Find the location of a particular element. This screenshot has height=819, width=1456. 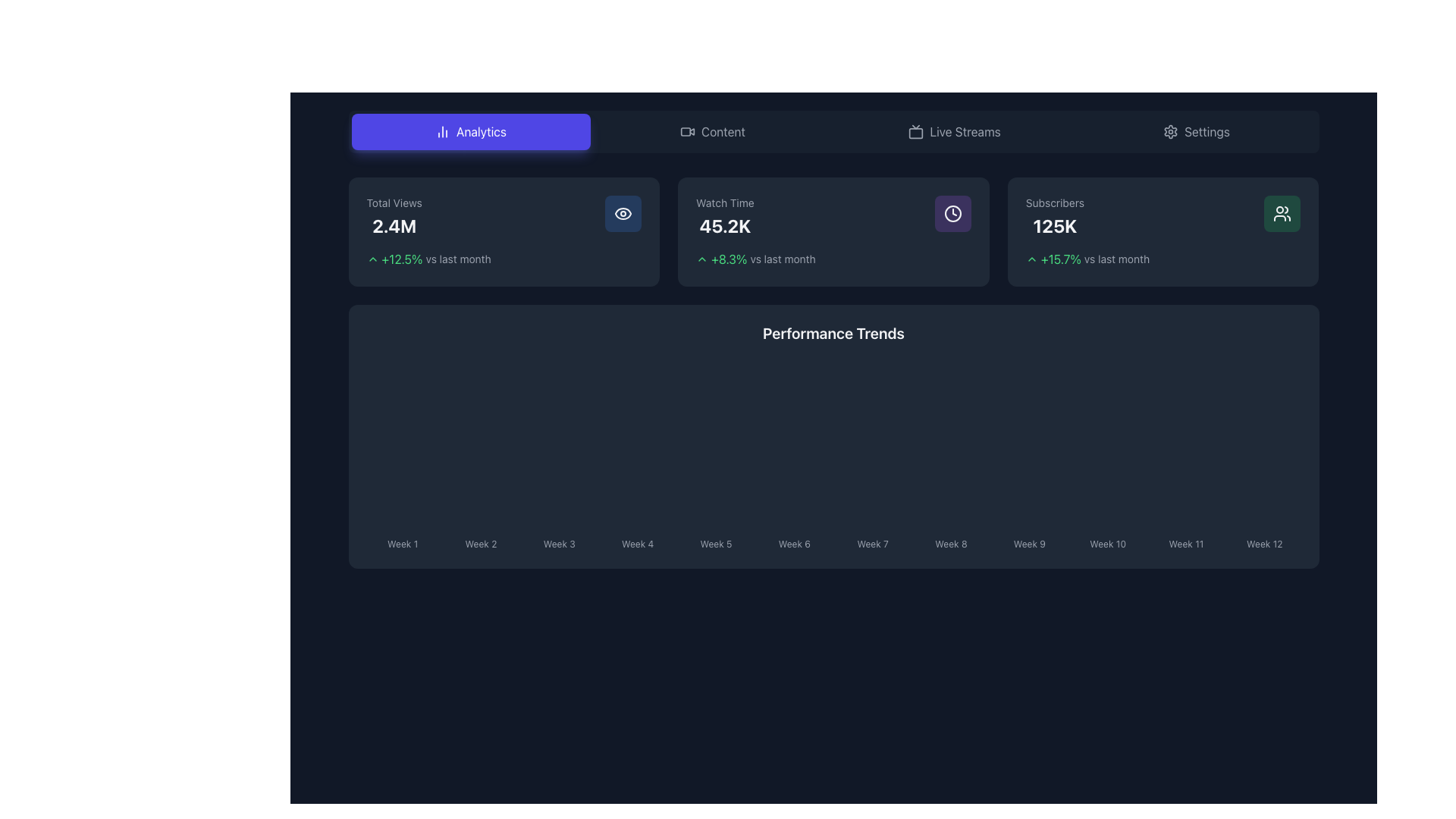

the text label indicating the total views statistic located in the top-left corner of the card displaying '2.4M' is located at coordinates (394, 202).